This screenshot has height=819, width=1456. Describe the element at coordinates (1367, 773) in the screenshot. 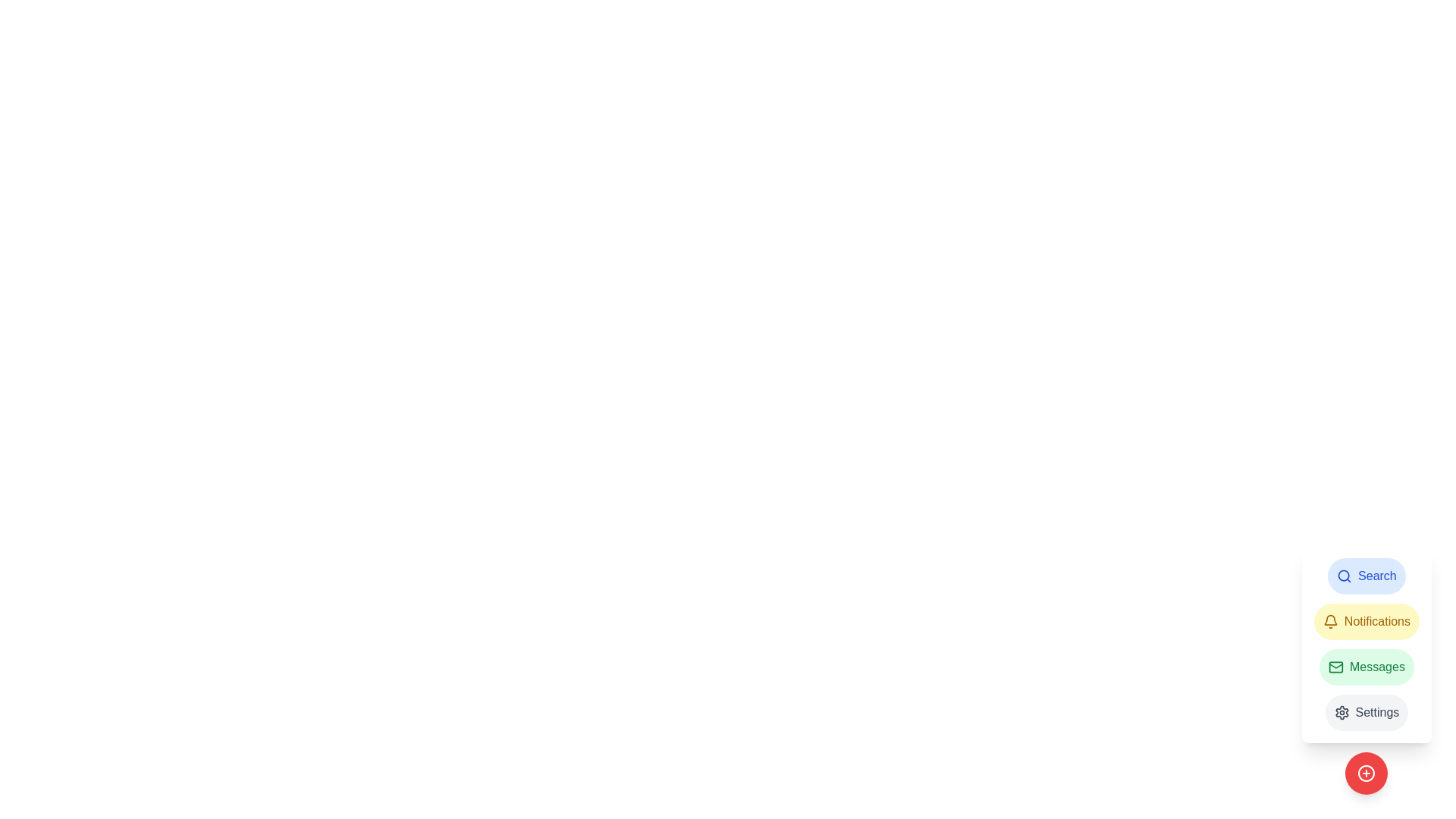

I see `the circular red button with a white plus sign at the bottom-right corner of the button group for keyboard interaction` at that location.